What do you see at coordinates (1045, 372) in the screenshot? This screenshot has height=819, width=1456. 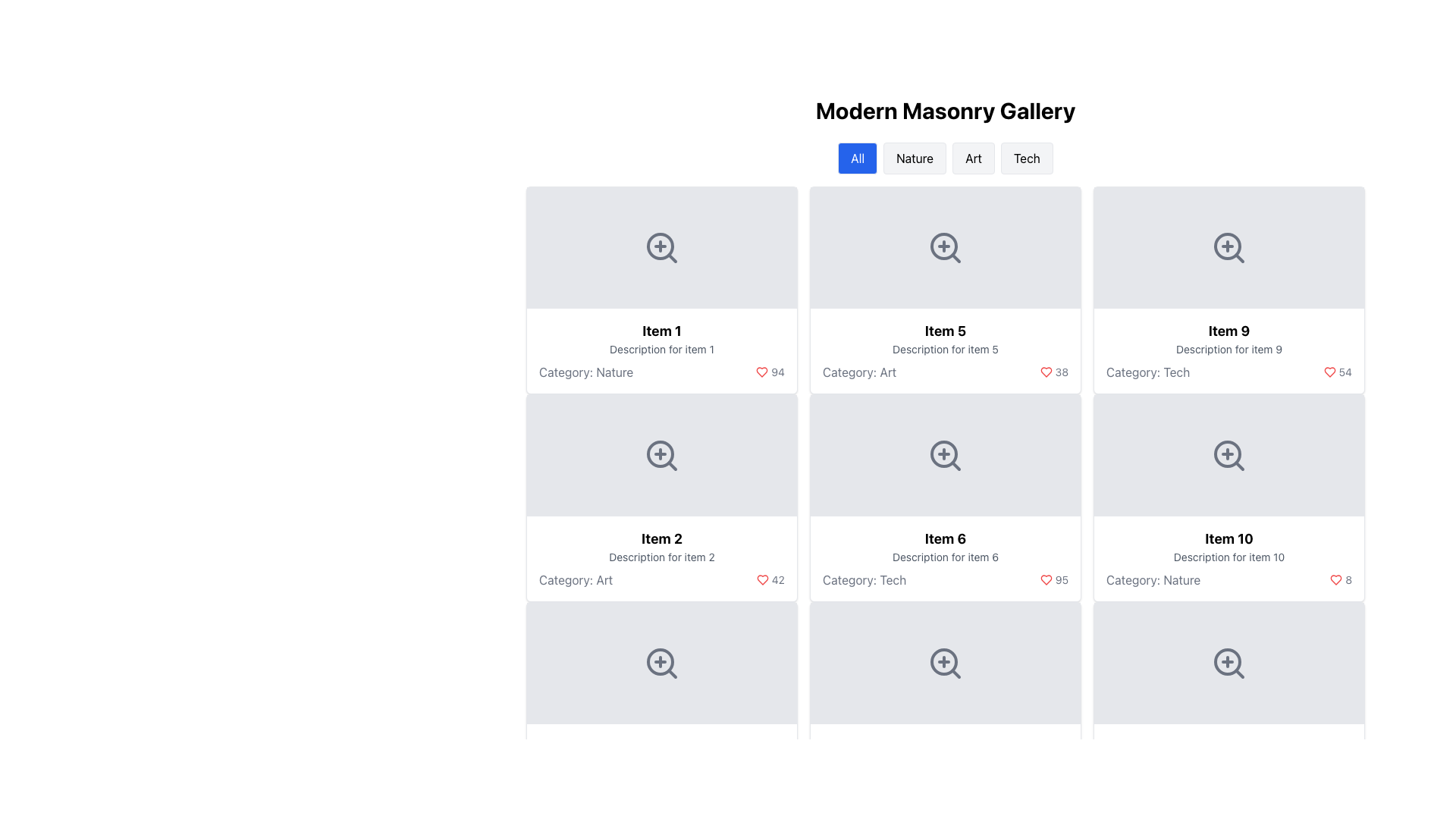 I see `the heart-shaped icon indicating 'like' for 'Item 9', which is located at the top right corner of its grid cell` at bounding box center [1045, 372].